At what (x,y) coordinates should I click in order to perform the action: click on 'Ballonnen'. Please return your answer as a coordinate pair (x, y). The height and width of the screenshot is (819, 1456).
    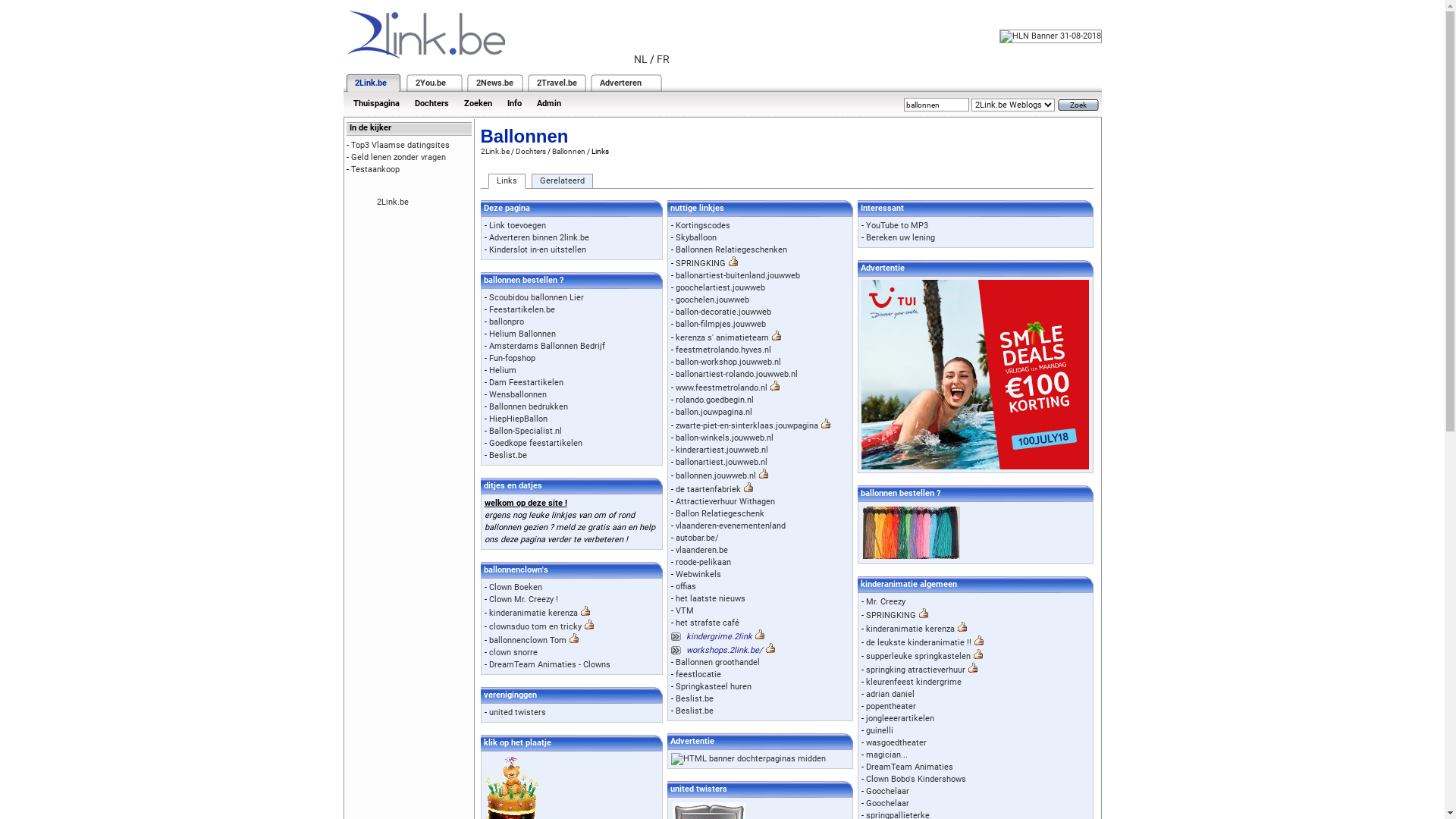
    Looking at the image, I should click on (567, 151).